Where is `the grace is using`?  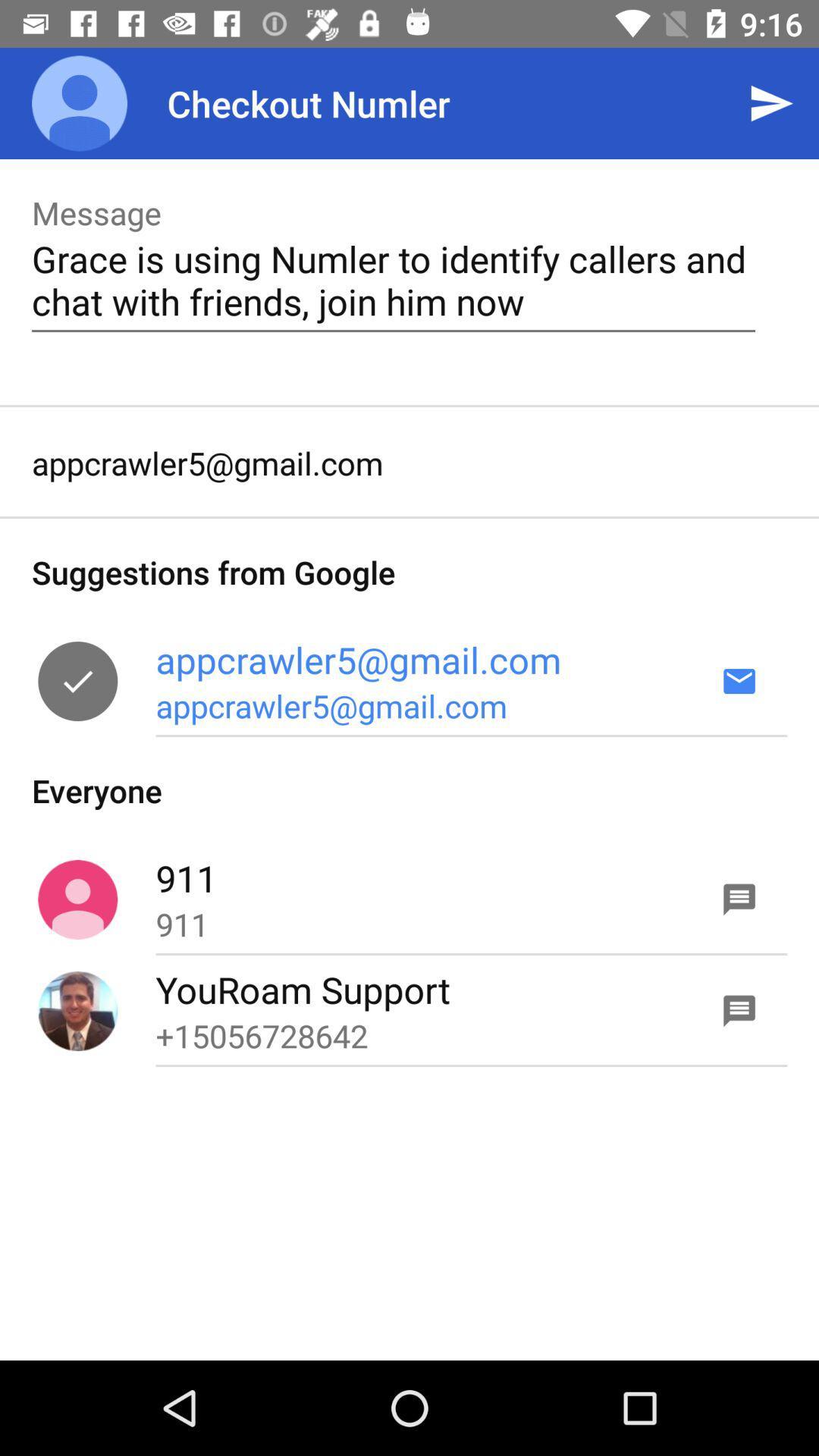
the grace is using is located at coordinates (393, 280).